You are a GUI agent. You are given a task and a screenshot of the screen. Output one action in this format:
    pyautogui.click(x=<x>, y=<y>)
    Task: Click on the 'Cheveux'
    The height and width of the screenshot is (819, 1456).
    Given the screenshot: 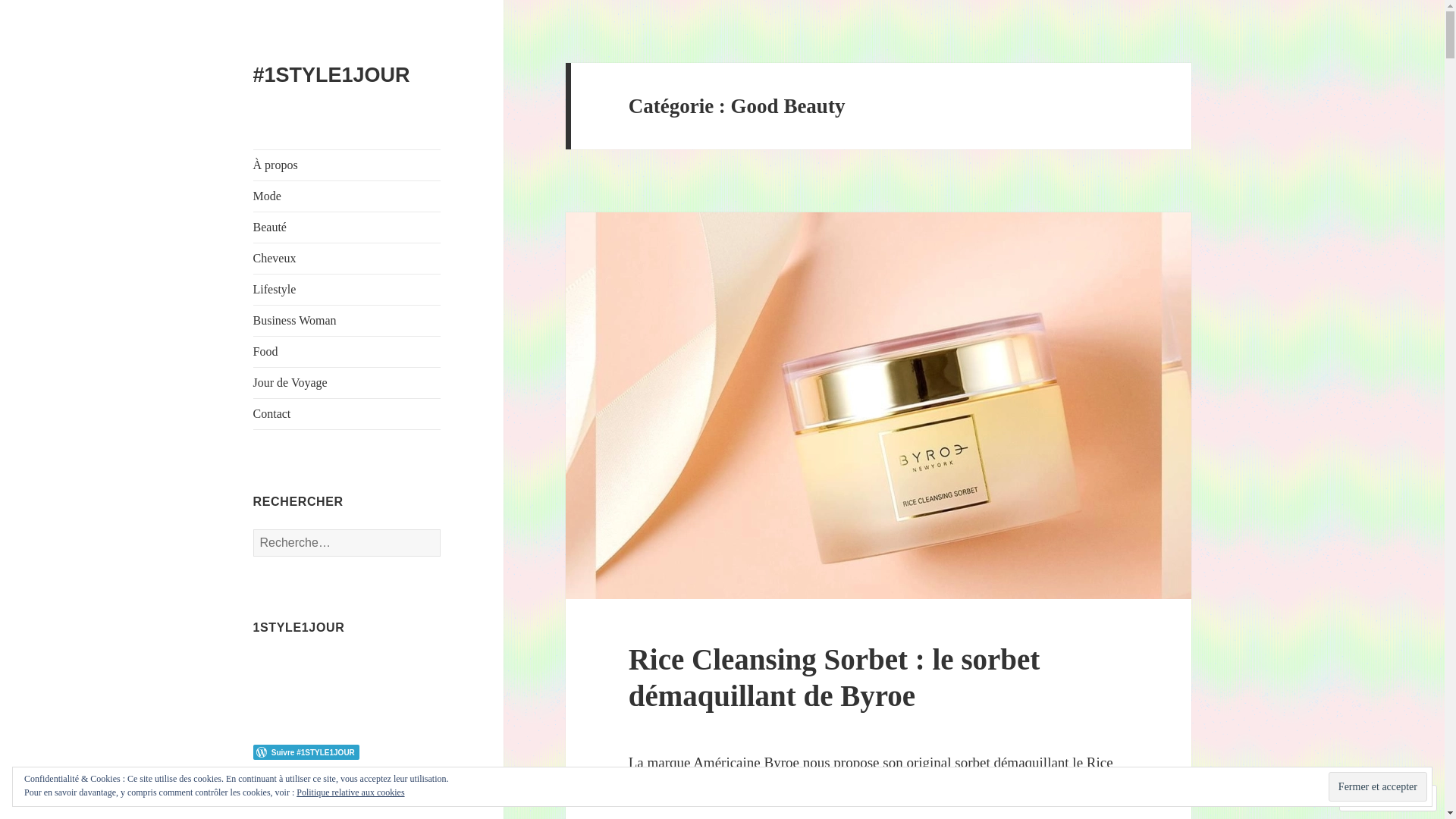 What is the action you would take?
    pyautogui.click(x=346, y=257)
    